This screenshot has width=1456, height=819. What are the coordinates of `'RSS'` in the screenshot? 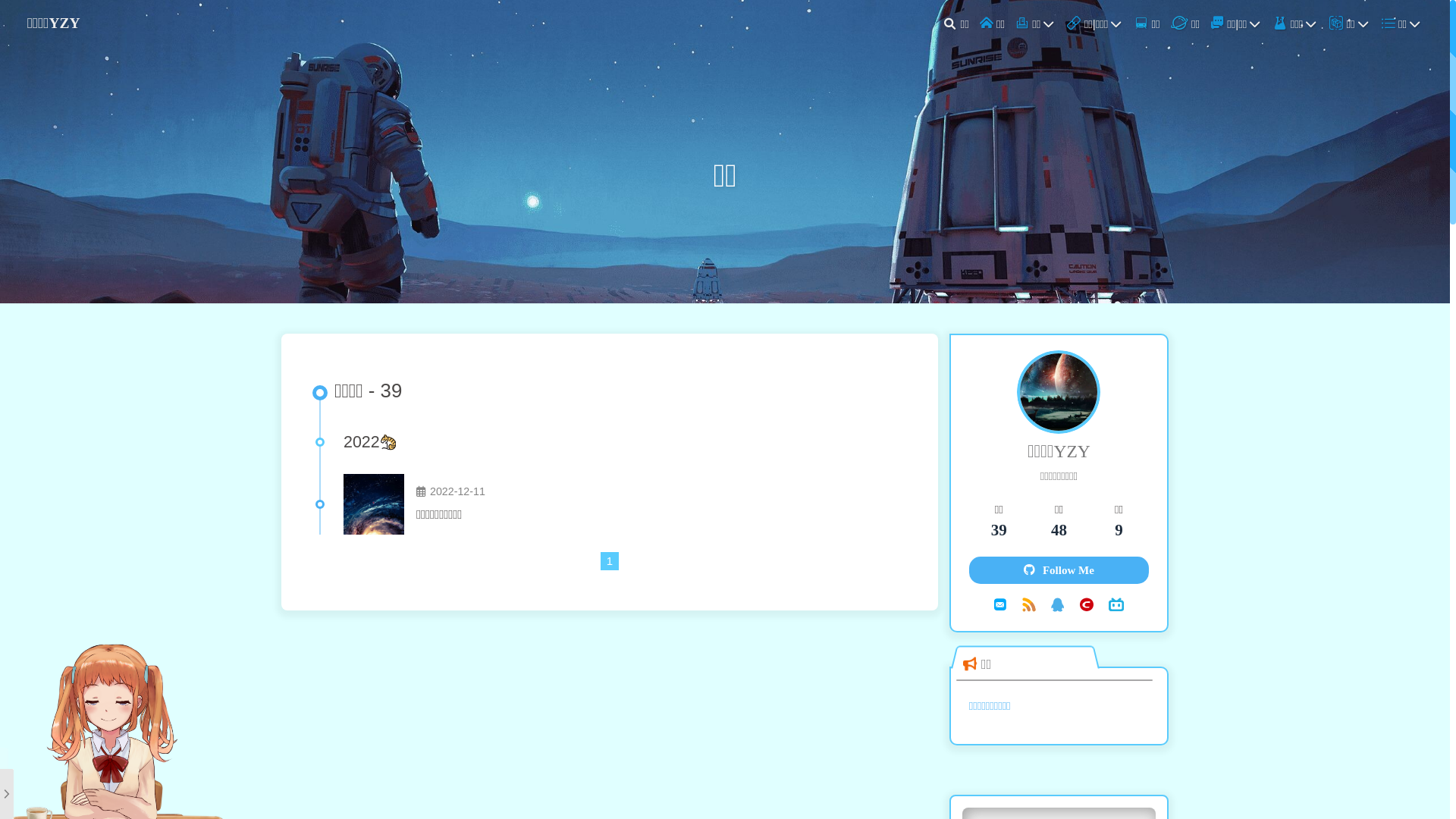 It's located at (1029, 604).